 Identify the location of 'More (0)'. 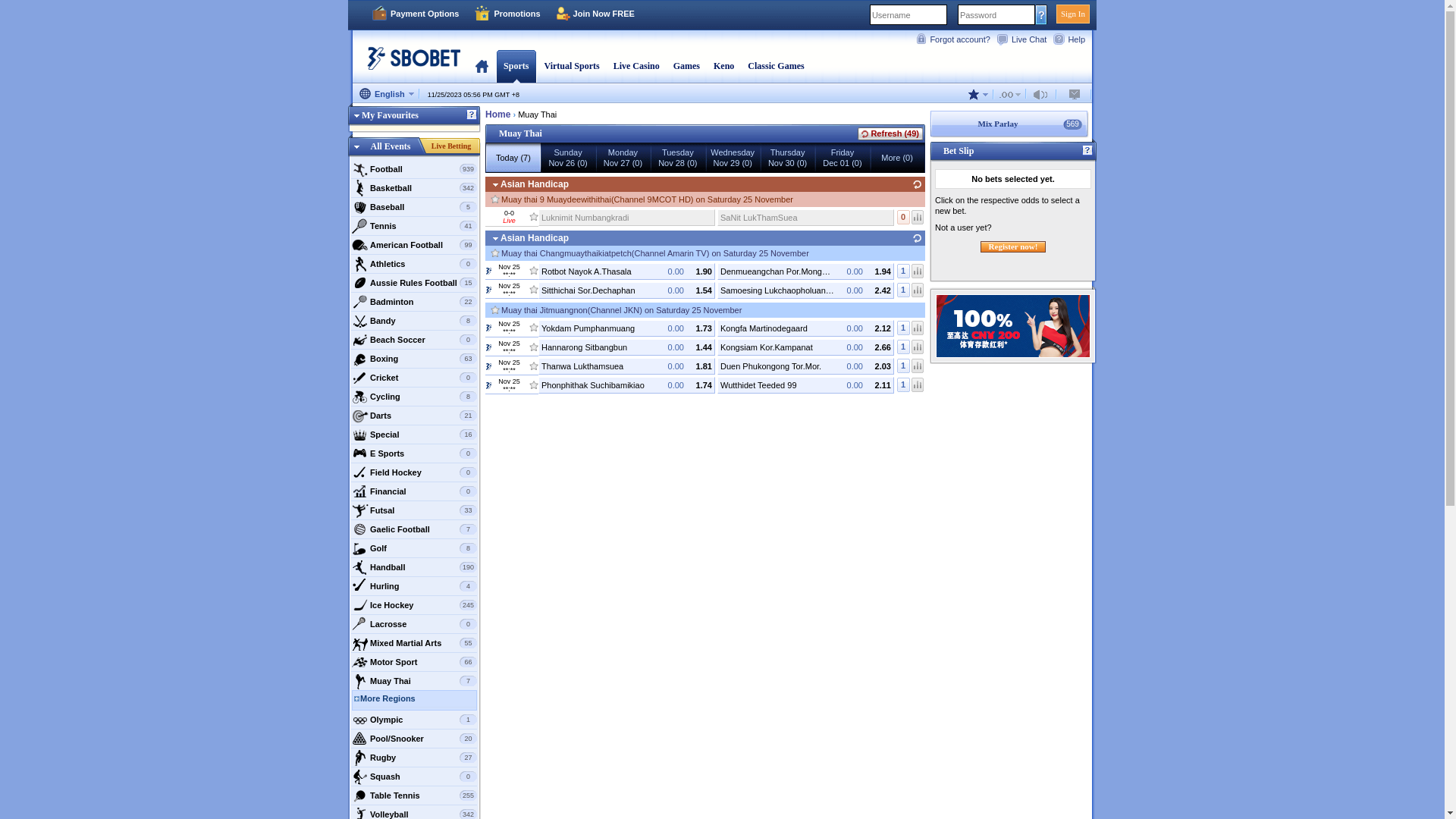
(896, 158).